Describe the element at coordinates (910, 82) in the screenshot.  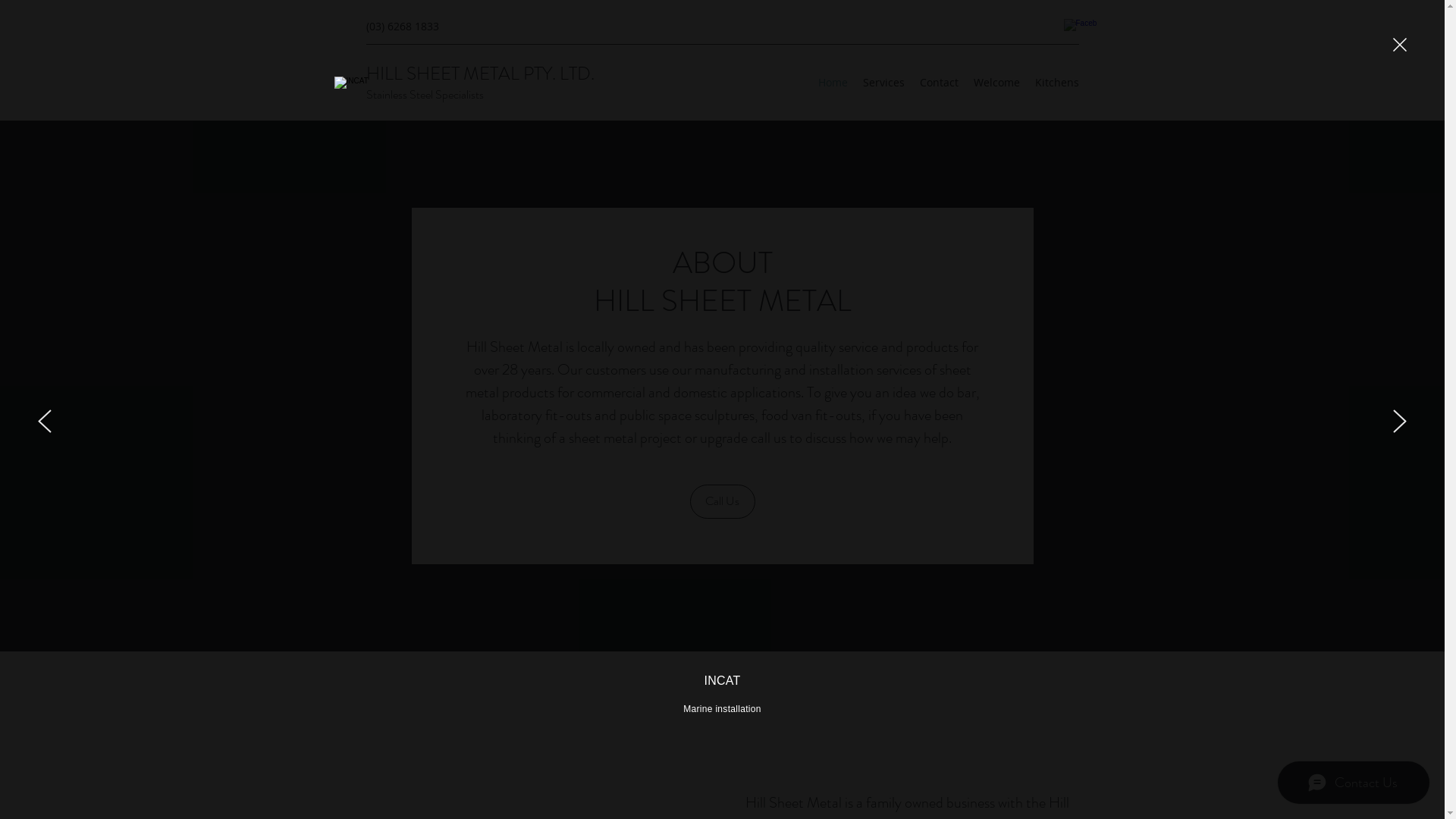
I see `'Contact'` at that location.